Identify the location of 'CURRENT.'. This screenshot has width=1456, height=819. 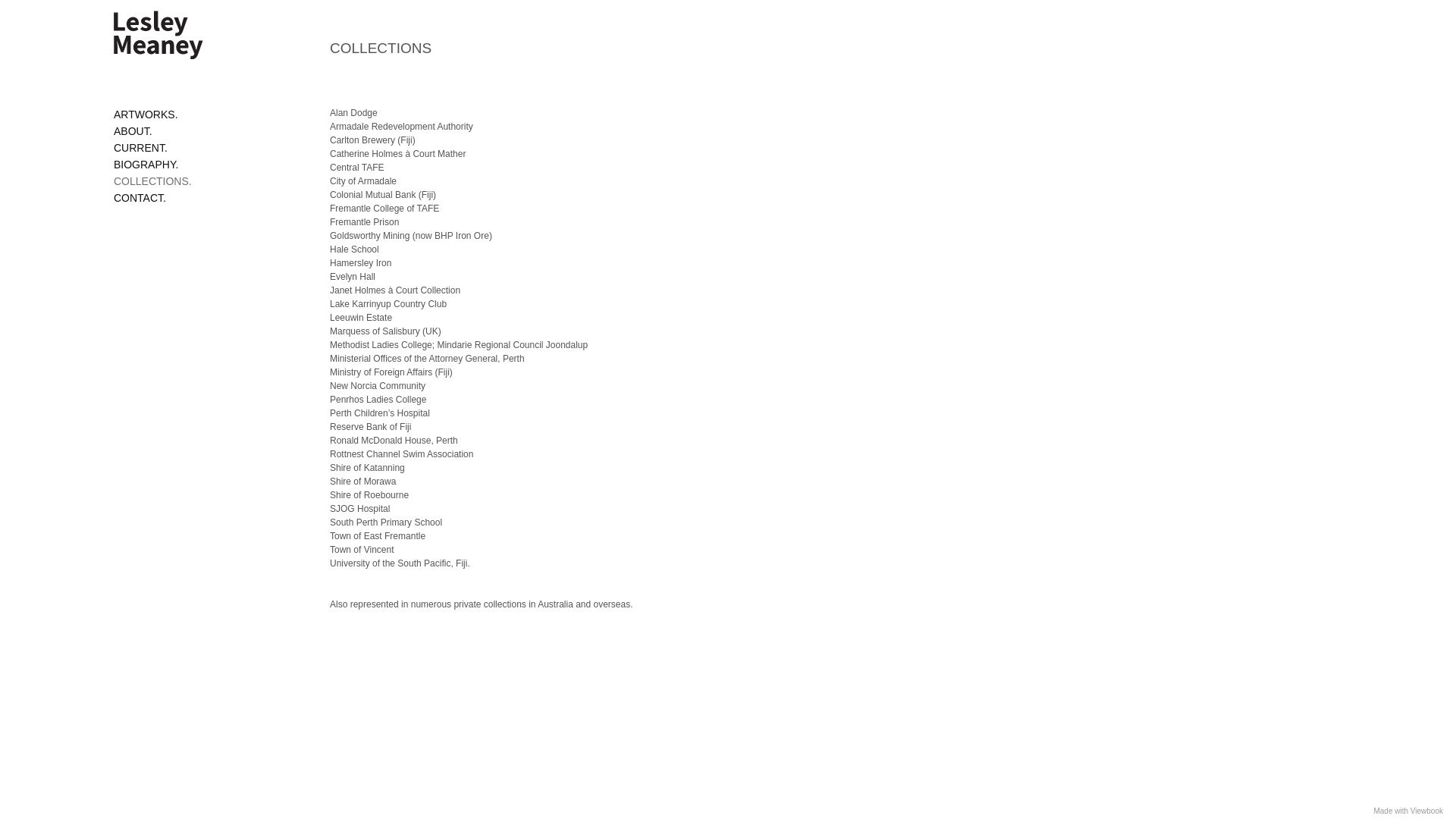
(140, 148).